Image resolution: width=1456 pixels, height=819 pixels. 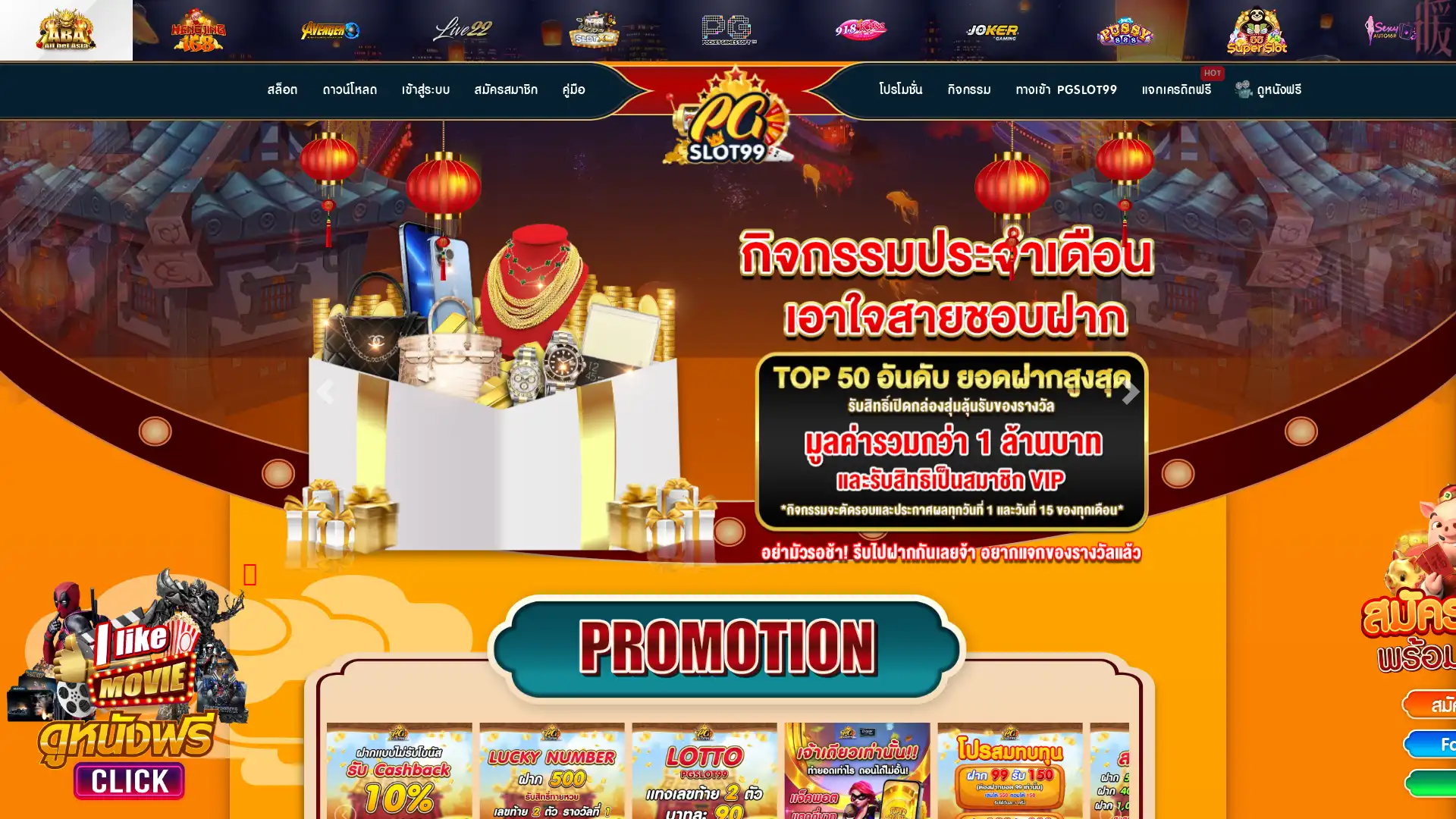 What do you see at coordinates (1131, 388) in the screenshot?
I see `Next` at bounding box center [1131, 388].